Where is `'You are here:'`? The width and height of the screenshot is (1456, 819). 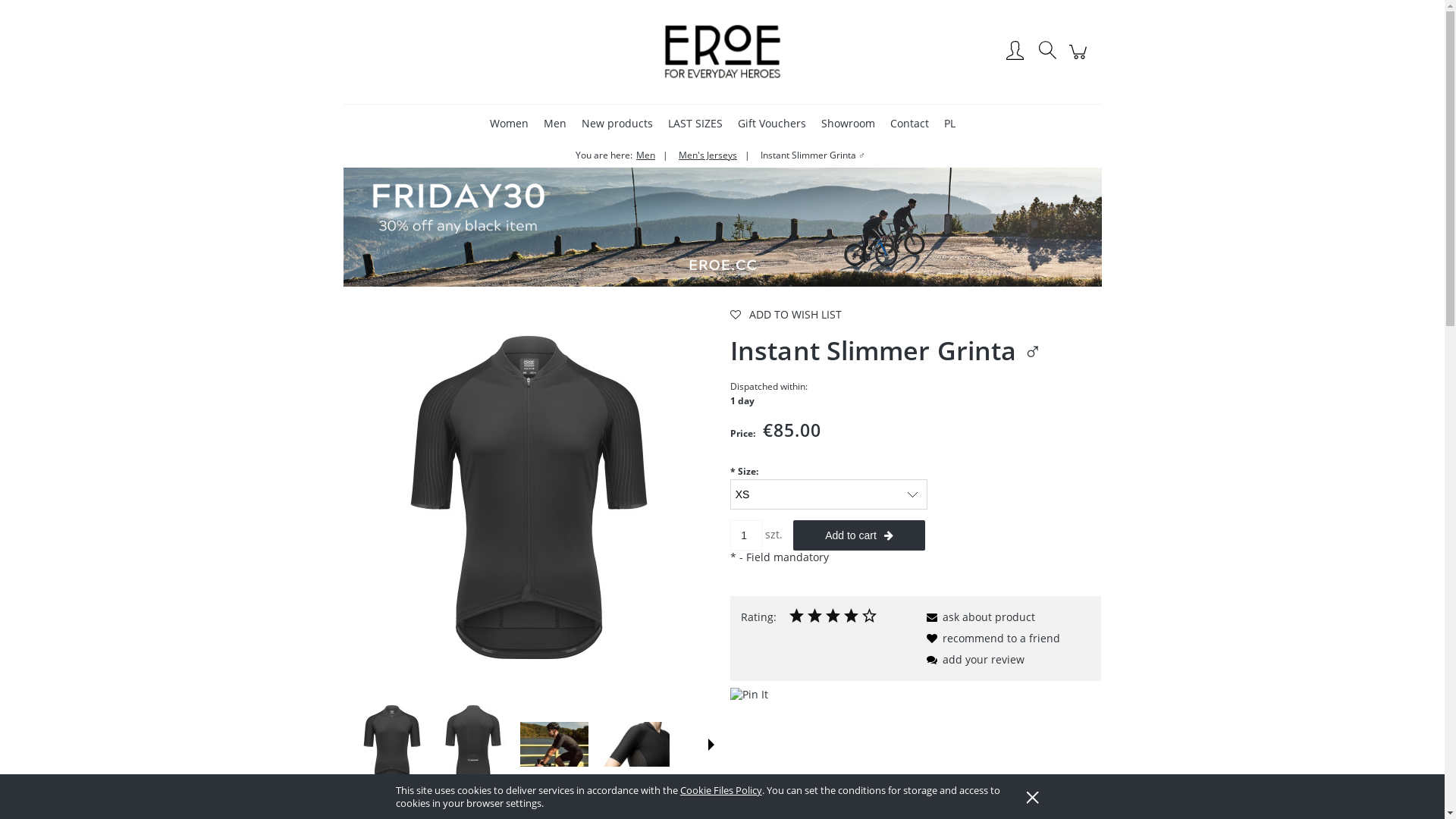 'You are here:' is located at coordinates (603, 155).